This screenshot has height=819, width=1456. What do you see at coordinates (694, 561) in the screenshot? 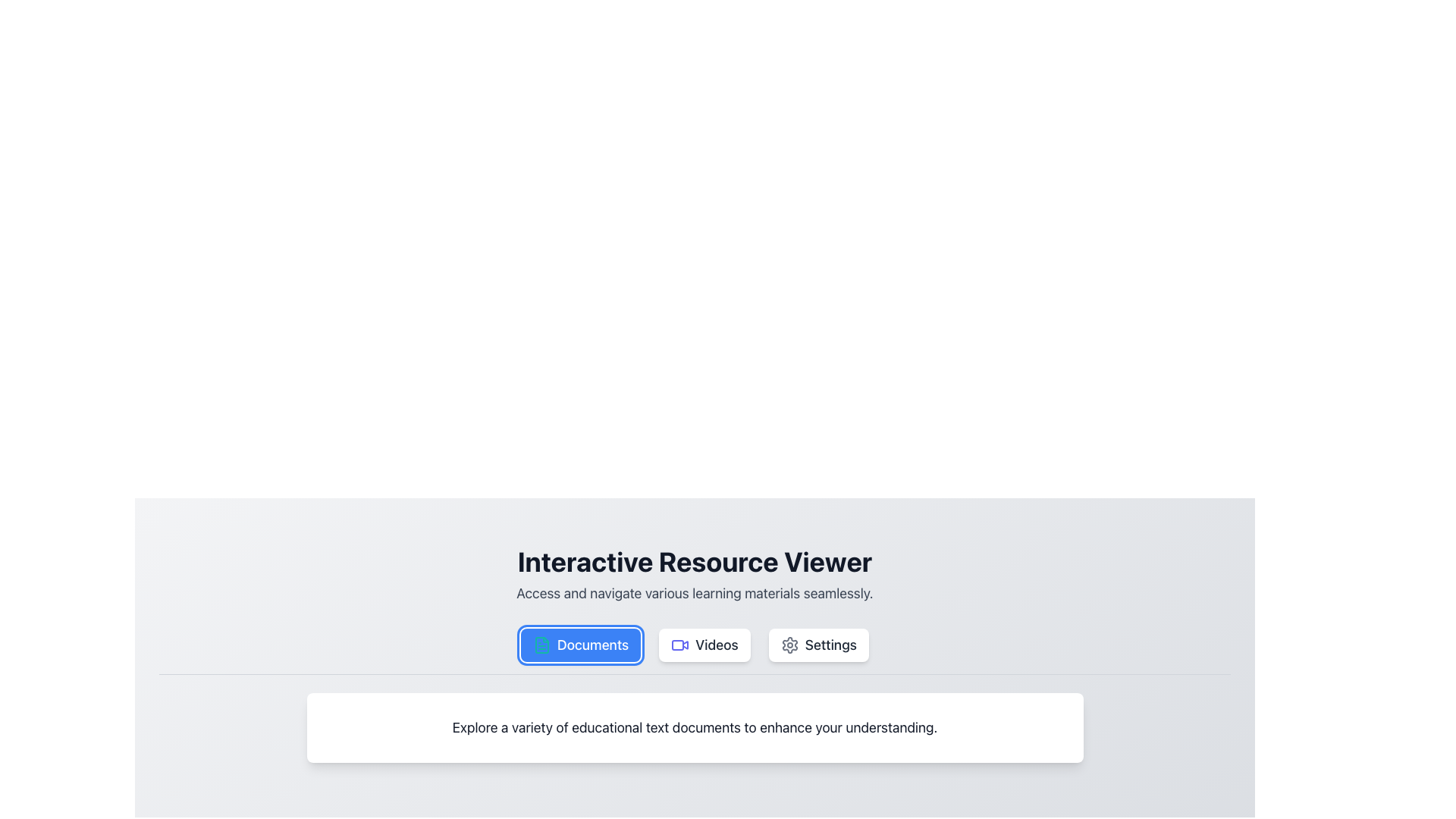
I see `text from the heading labeled 'Interactive Resource Viewer', which is a bold and large text element located prominently above a smaller subheading` at bounding box center [694, 561].